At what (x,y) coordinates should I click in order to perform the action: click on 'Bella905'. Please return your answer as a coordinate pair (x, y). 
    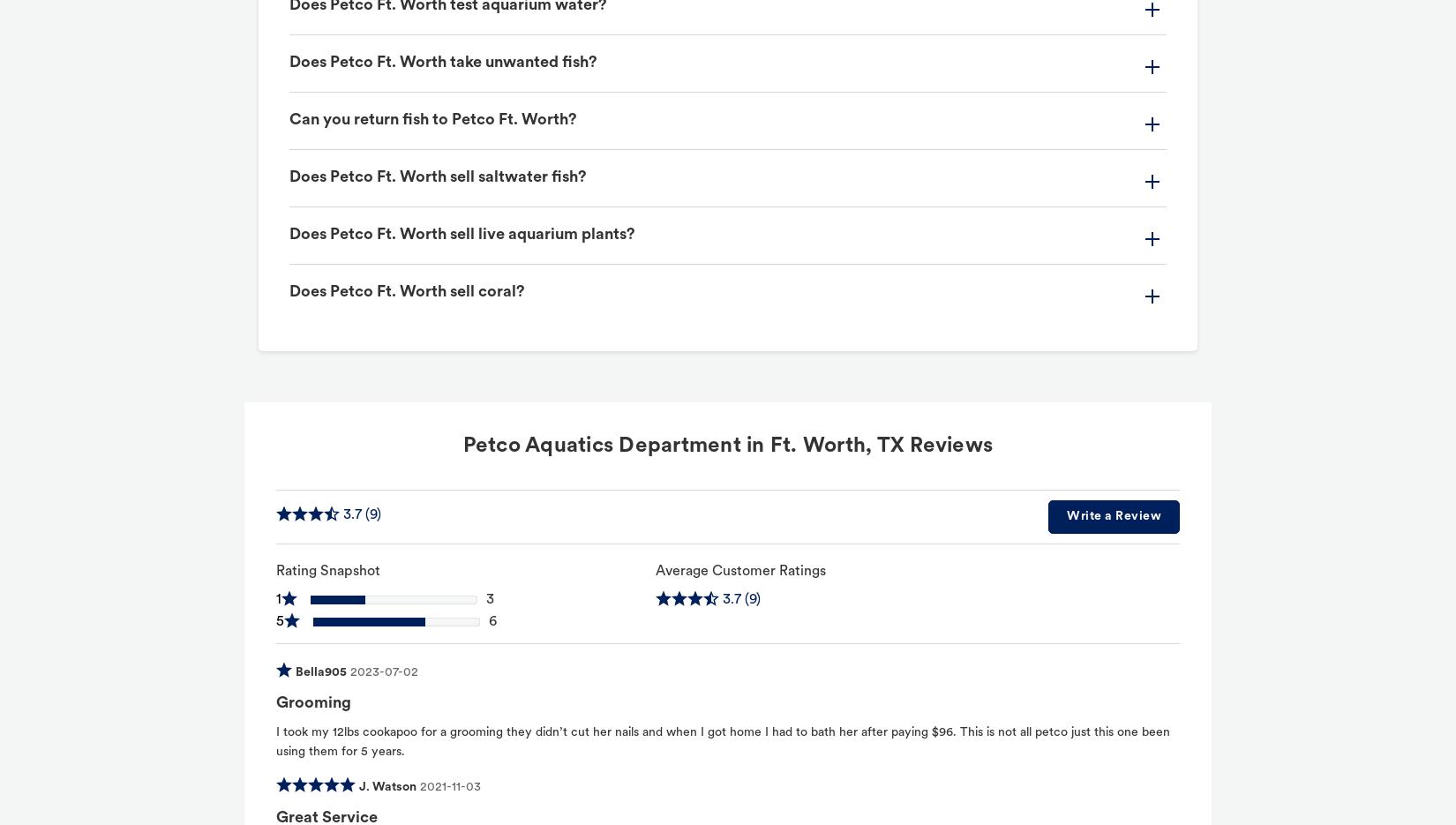
    Looking at the image, I should click on (320, 672).